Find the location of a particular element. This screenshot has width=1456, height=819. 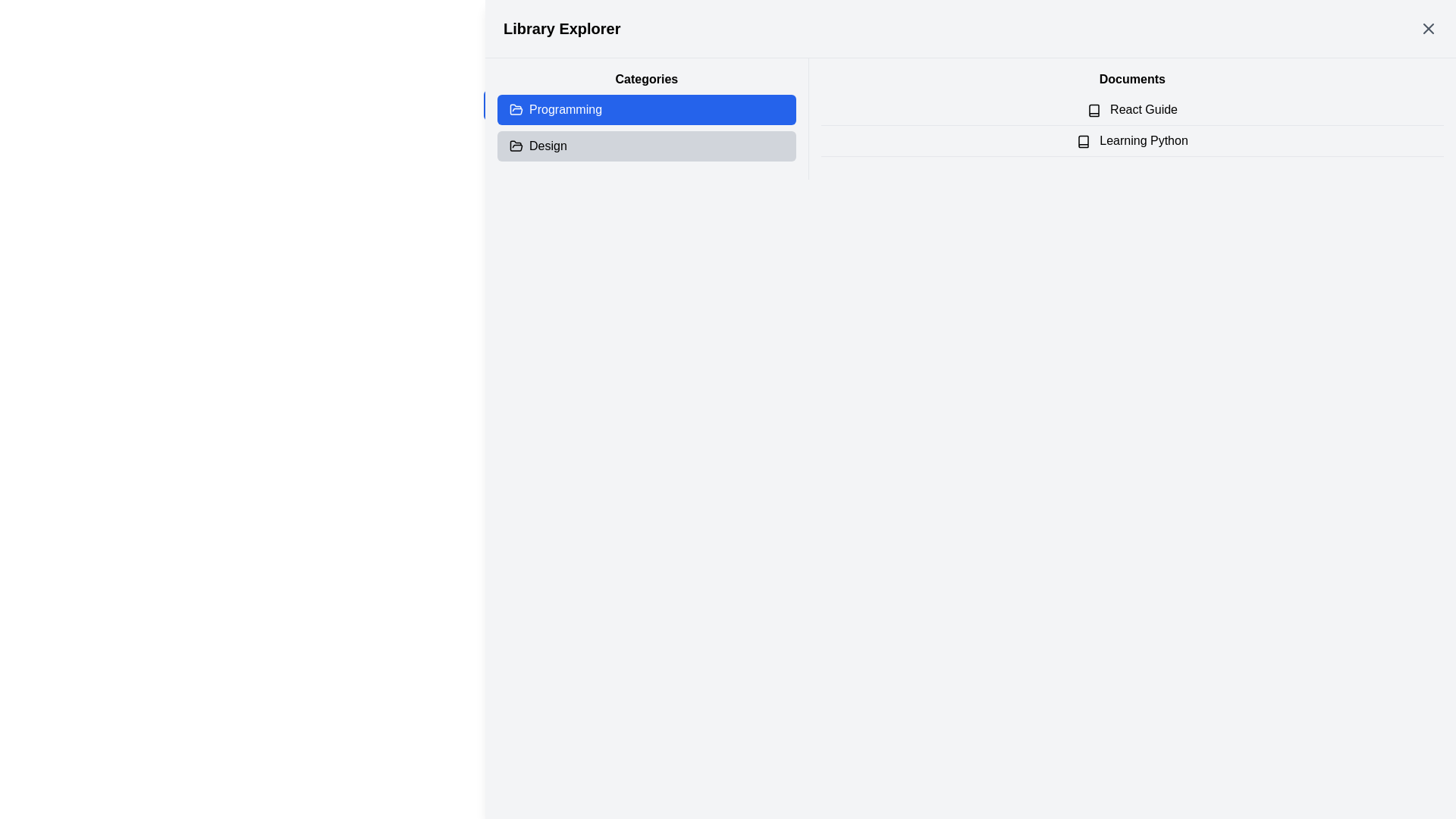

the 'React Guide' text label with an accompanying book icon is located at coordinates (1131, 109).